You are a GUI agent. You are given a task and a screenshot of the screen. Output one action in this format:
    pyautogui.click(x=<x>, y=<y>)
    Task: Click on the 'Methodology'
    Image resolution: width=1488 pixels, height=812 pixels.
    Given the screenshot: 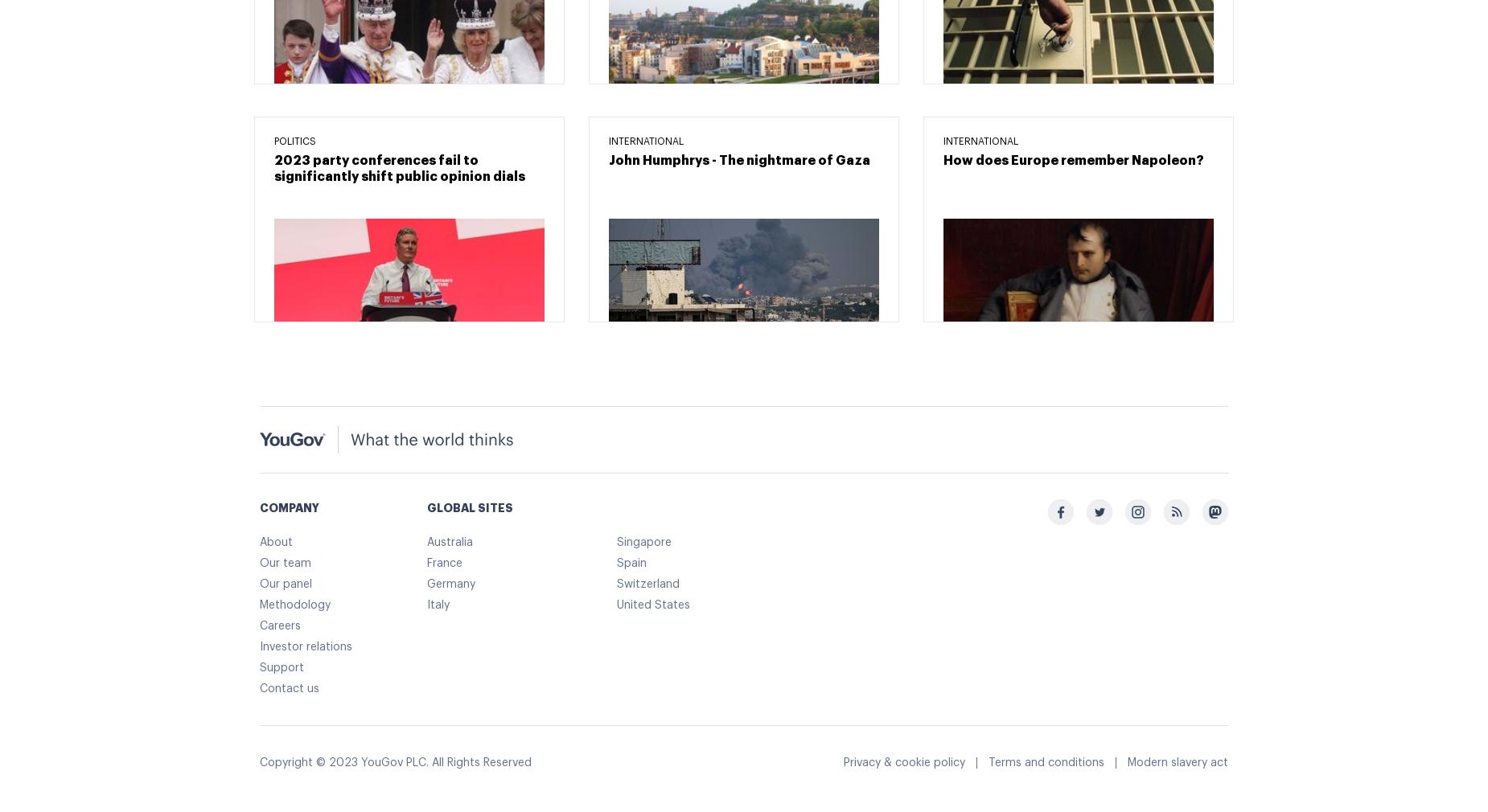 What is the action you would take?
    pyautogui.click(x=294, y=604)
    